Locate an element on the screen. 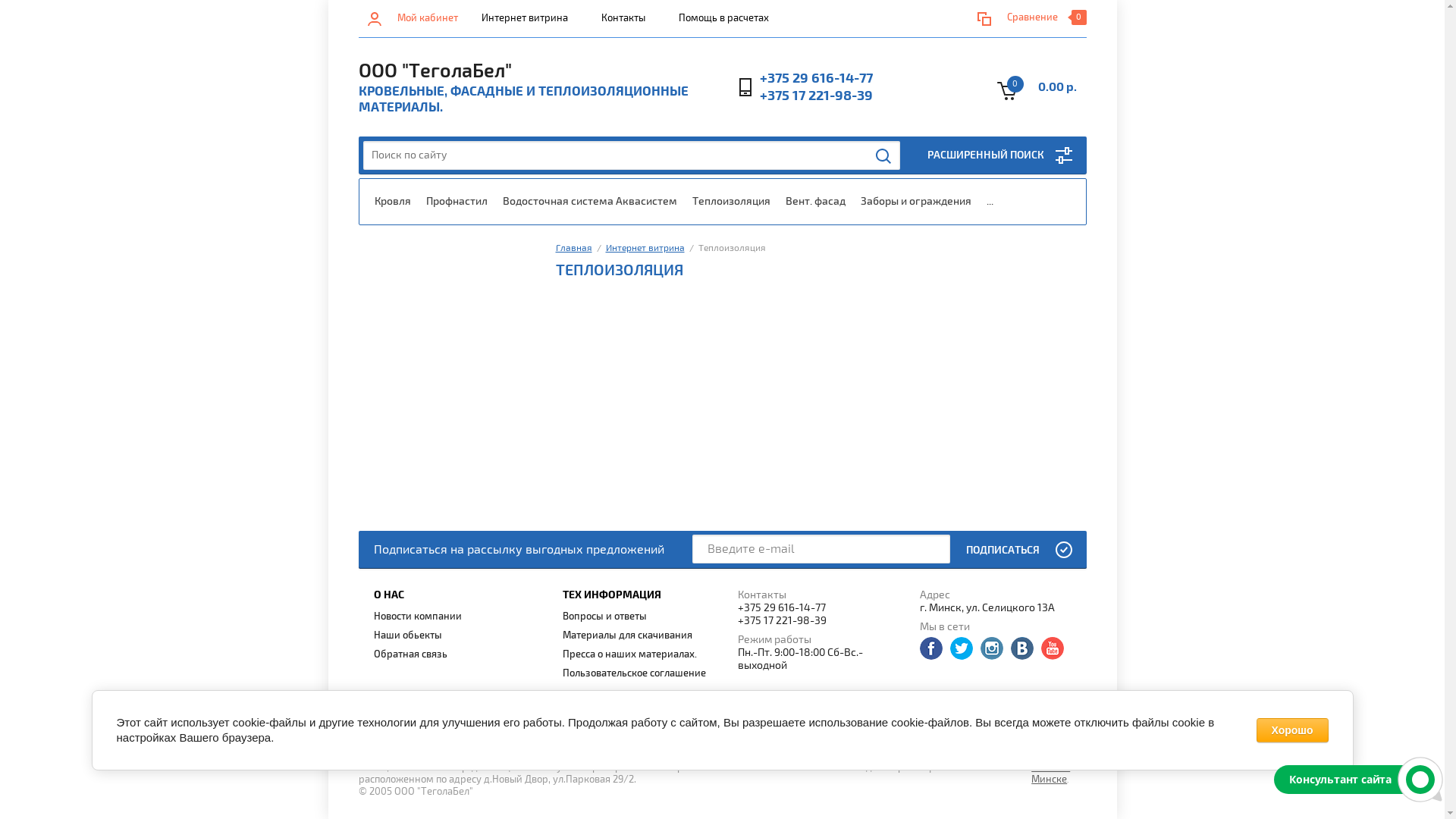 Image resolution: width=1456 pixels, height=819 pixels. '+375 17 221-98-39' is located at coordinates (736, 620).